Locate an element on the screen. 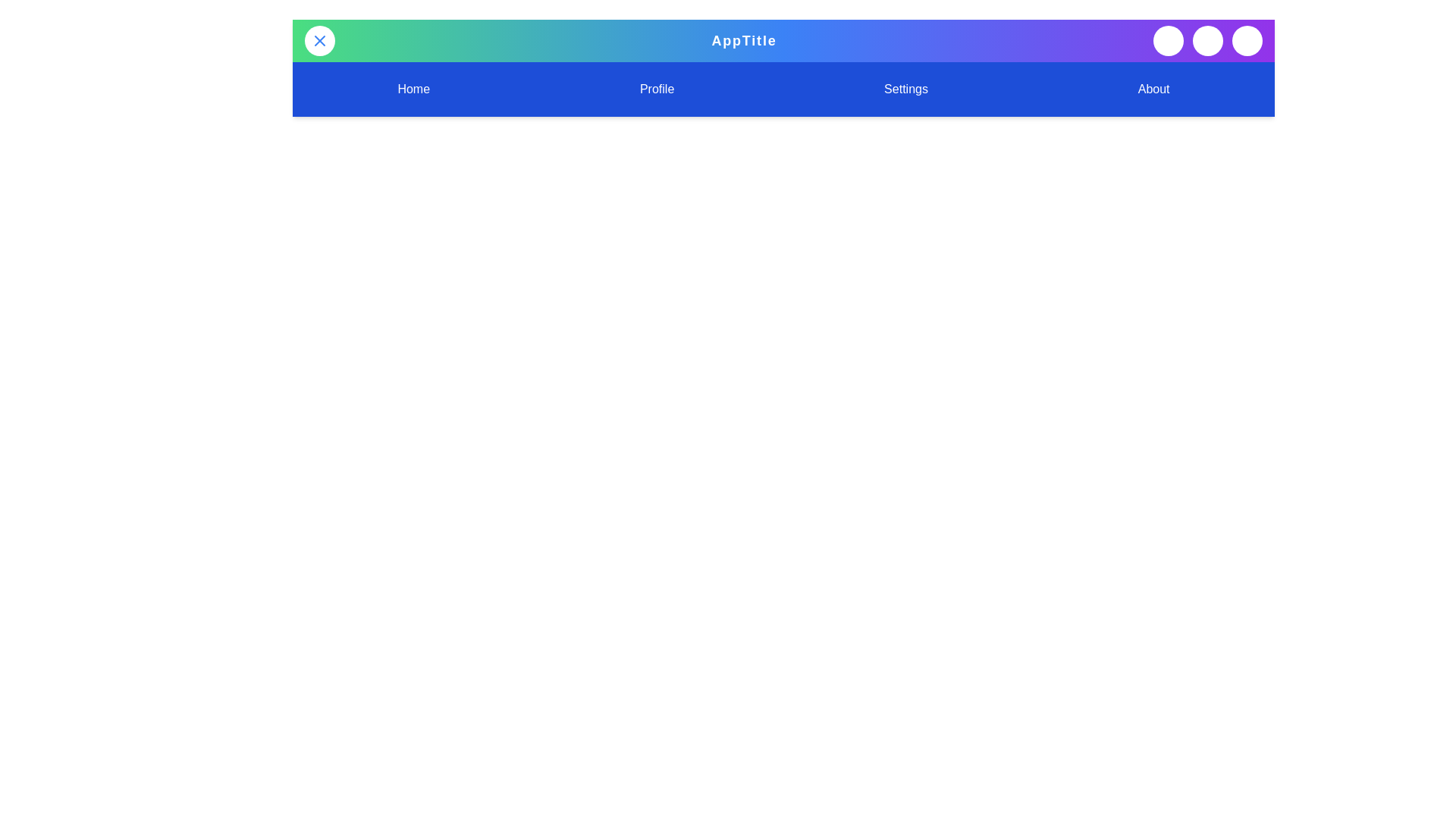 Image resolution: width=1456 pixels, height=819 pixels. the 'About' navigation item is located at coordinates (1153, 89).